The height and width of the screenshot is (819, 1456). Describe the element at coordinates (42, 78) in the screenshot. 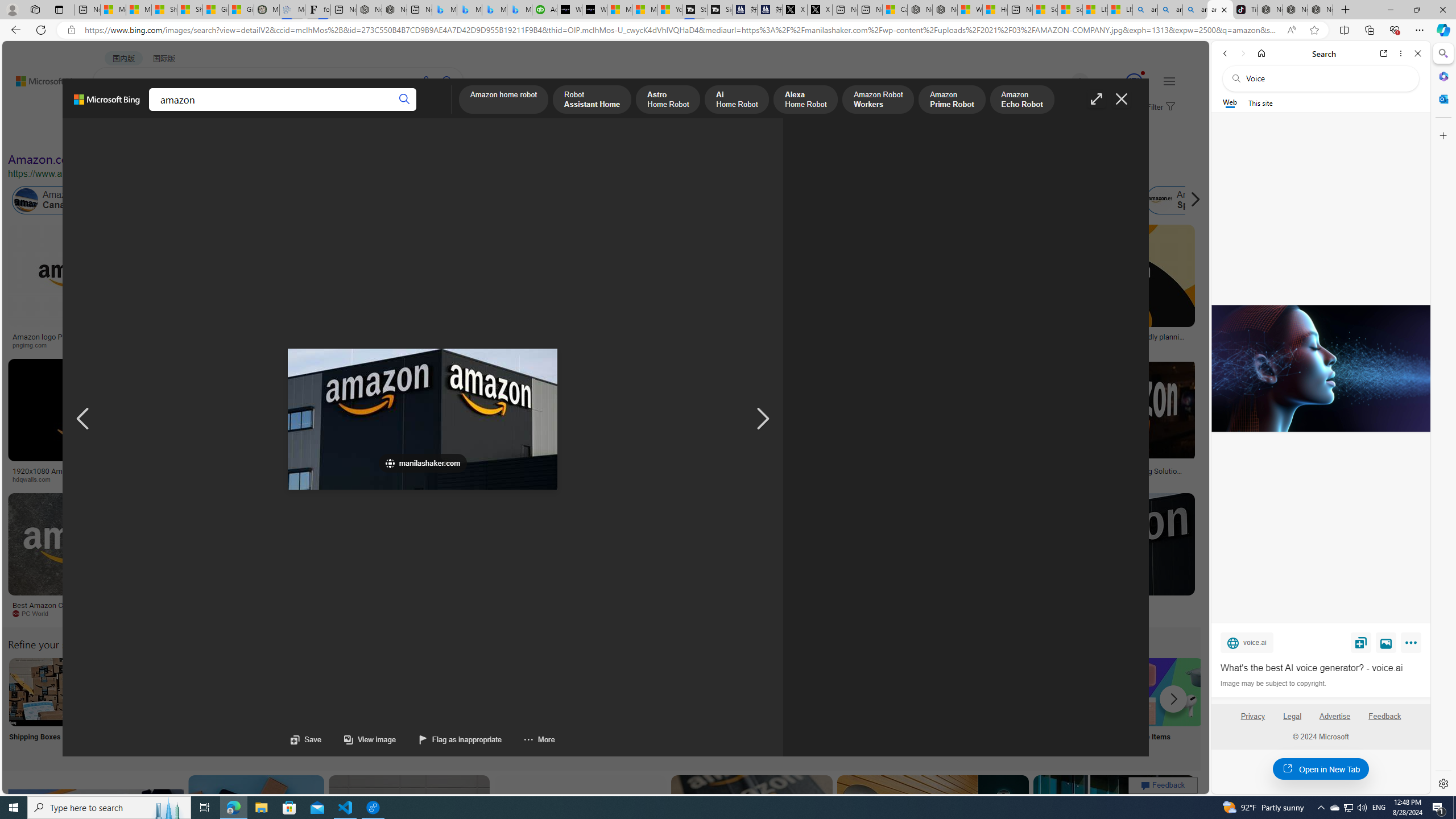

I see `'Back to Bing search'` at that location.